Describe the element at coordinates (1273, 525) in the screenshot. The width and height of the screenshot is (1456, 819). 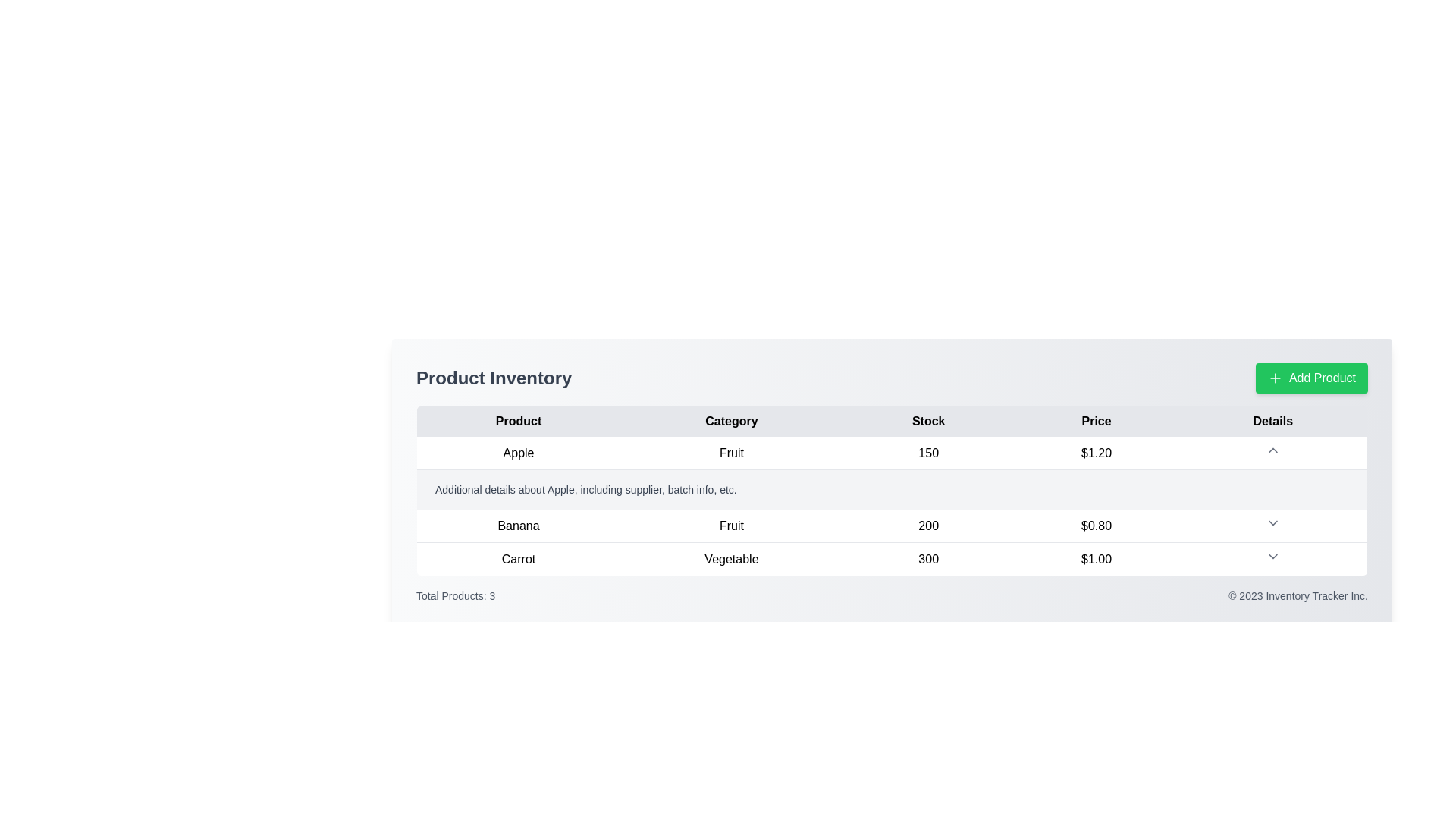
I see `the downward-pointing chevron icon in the 'Details' column of the second row labeled 'Banana' in the table` at that location.